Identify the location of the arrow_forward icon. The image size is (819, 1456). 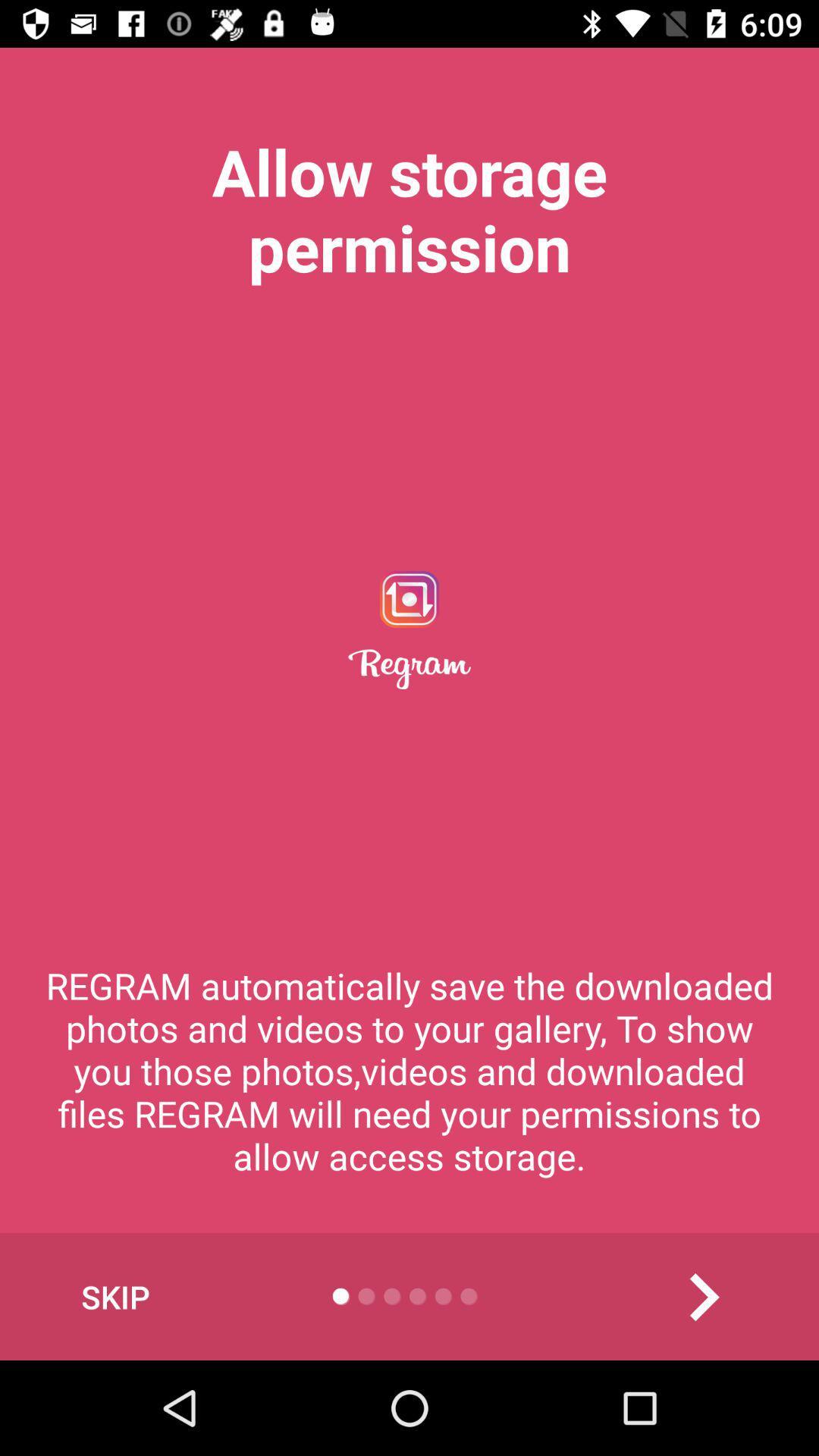
(703, 1296).